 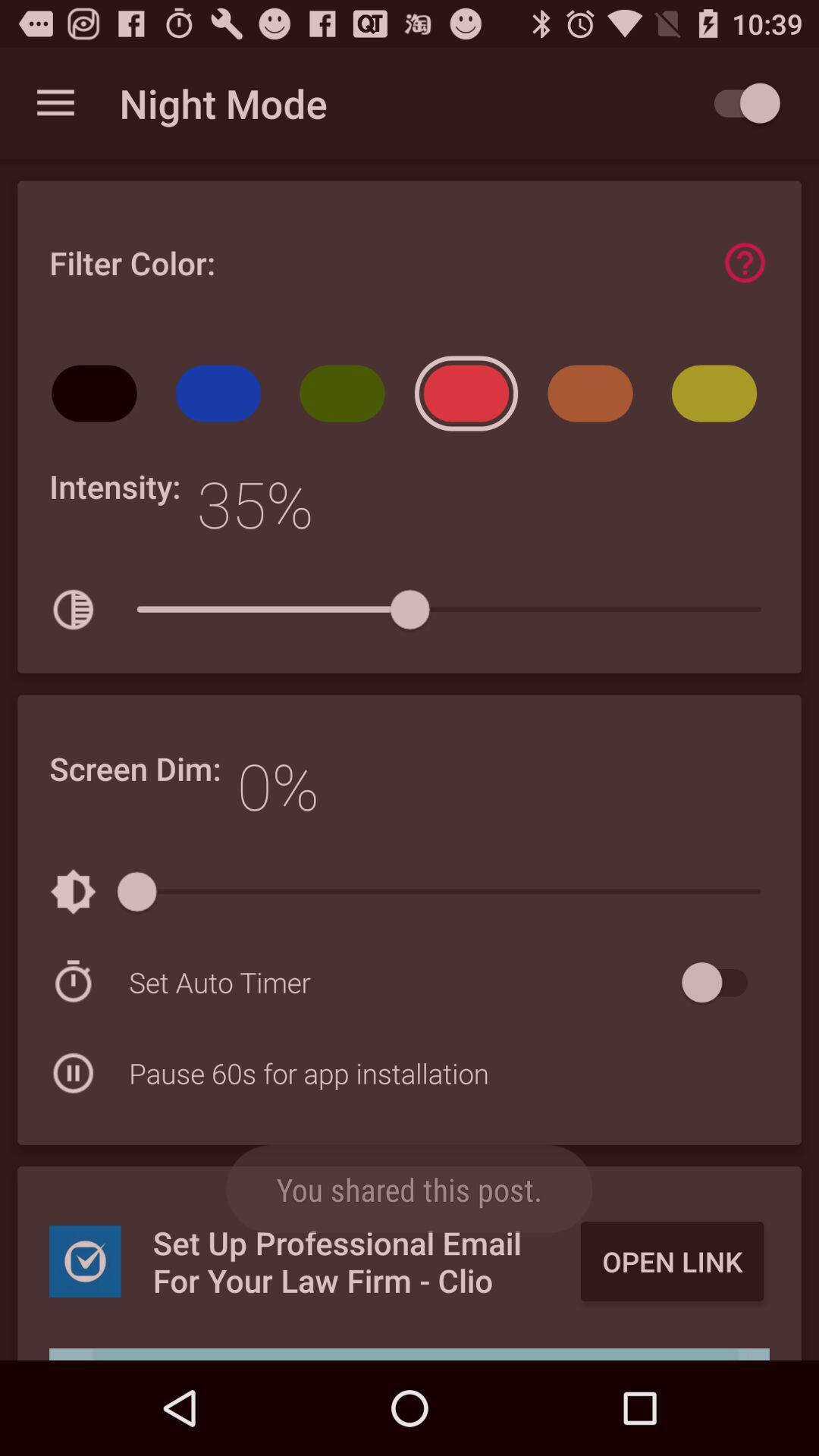 I want to click on the last section of the page, so click(x=409, y=1256).